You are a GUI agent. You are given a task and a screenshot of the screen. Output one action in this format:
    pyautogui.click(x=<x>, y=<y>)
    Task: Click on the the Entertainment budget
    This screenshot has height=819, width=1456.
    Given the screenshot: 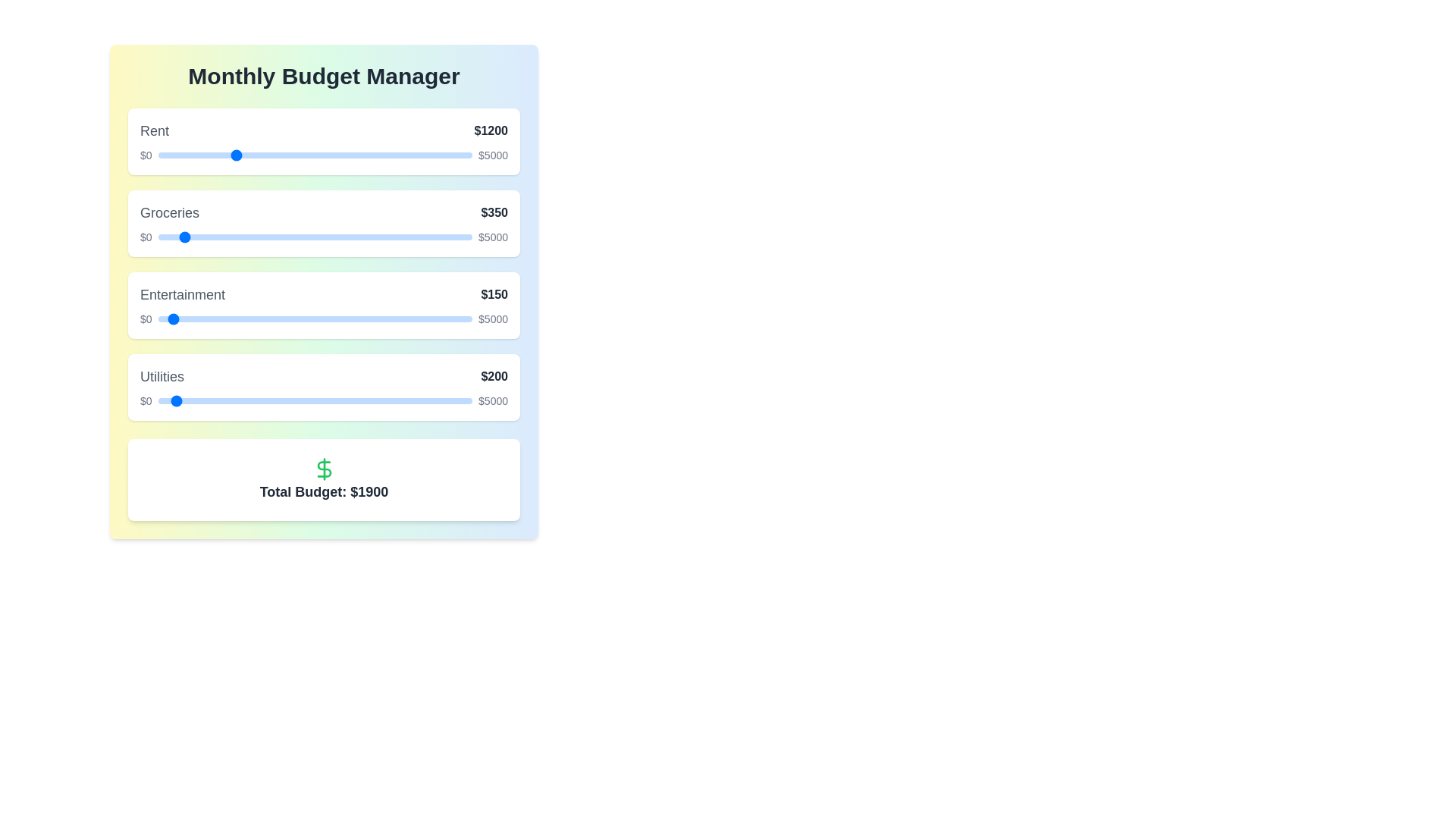 What is the action you would take?
    pyautogui.click(x=184, y=318)
    